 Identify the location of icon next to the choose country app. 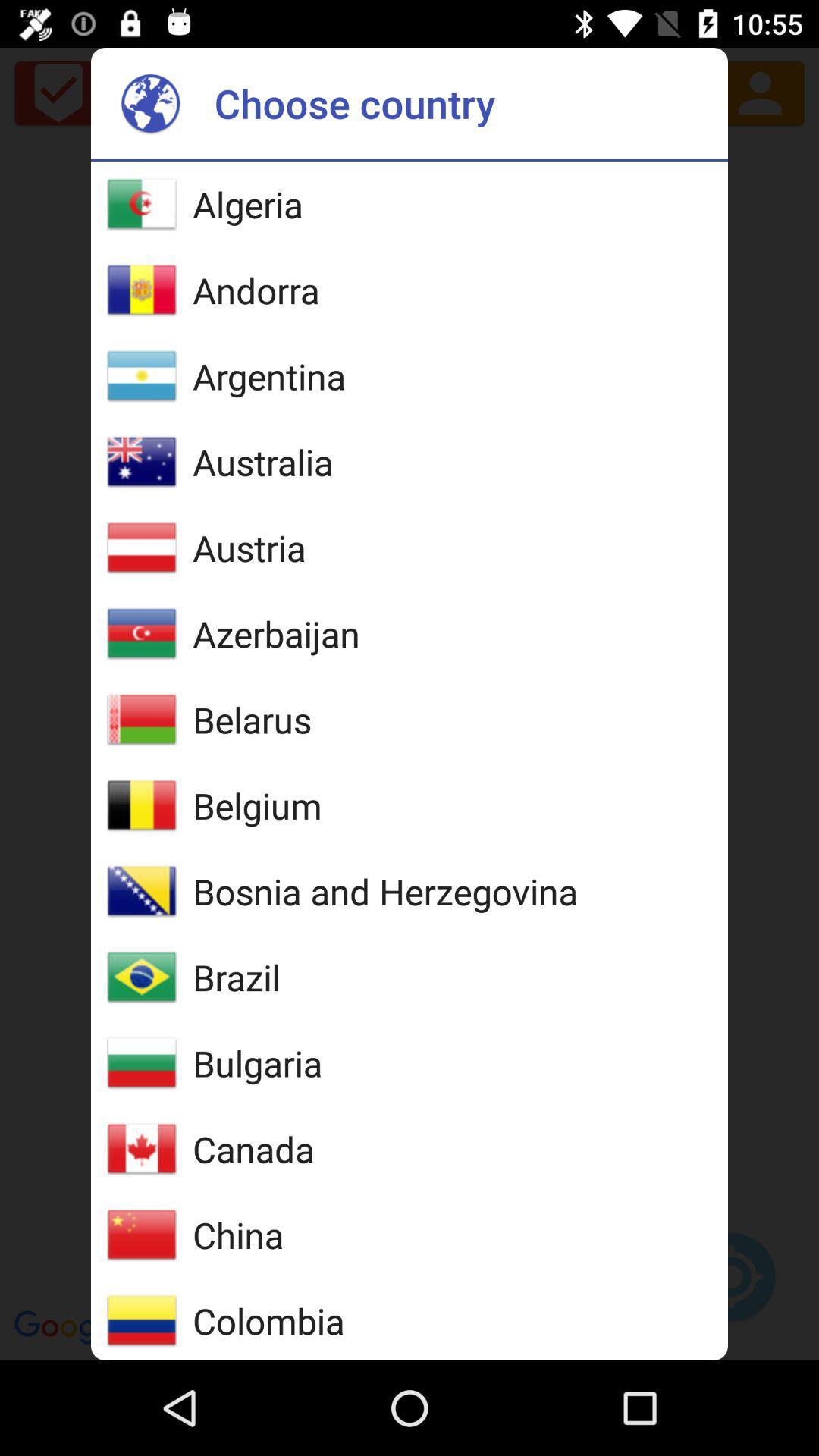
(150, 102).